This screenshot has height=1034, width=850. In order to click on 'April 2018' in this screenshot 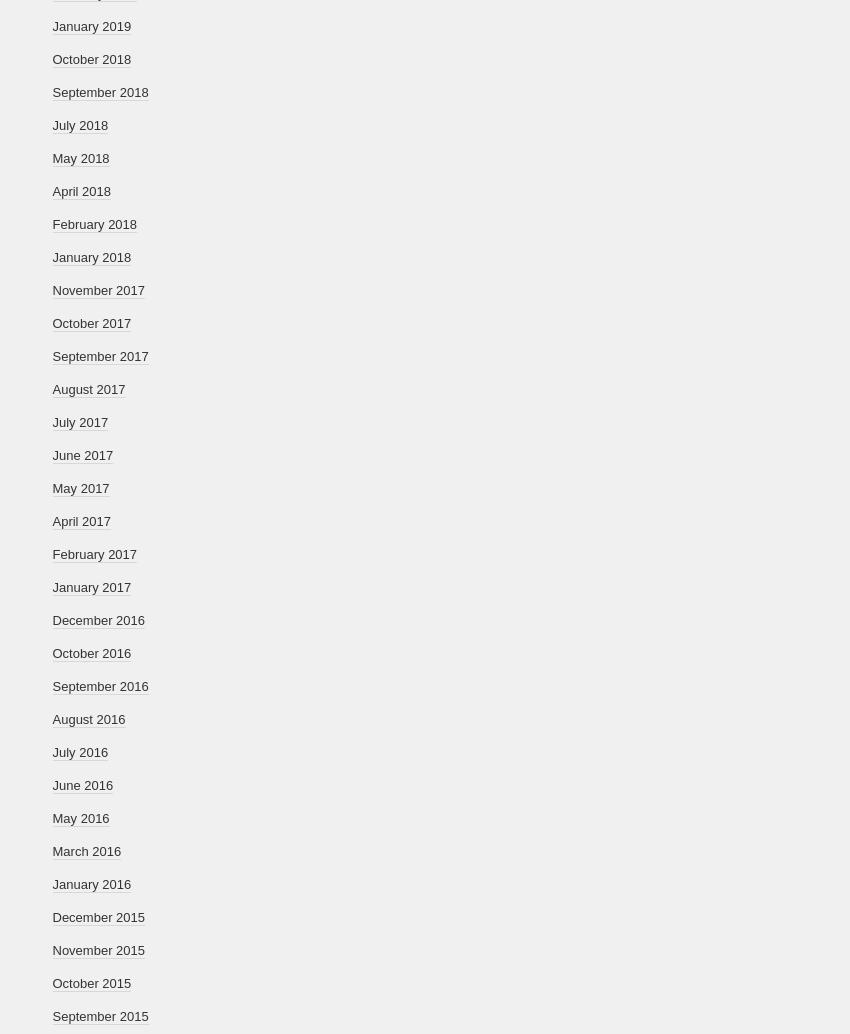, I will do `click(81, 191)`.